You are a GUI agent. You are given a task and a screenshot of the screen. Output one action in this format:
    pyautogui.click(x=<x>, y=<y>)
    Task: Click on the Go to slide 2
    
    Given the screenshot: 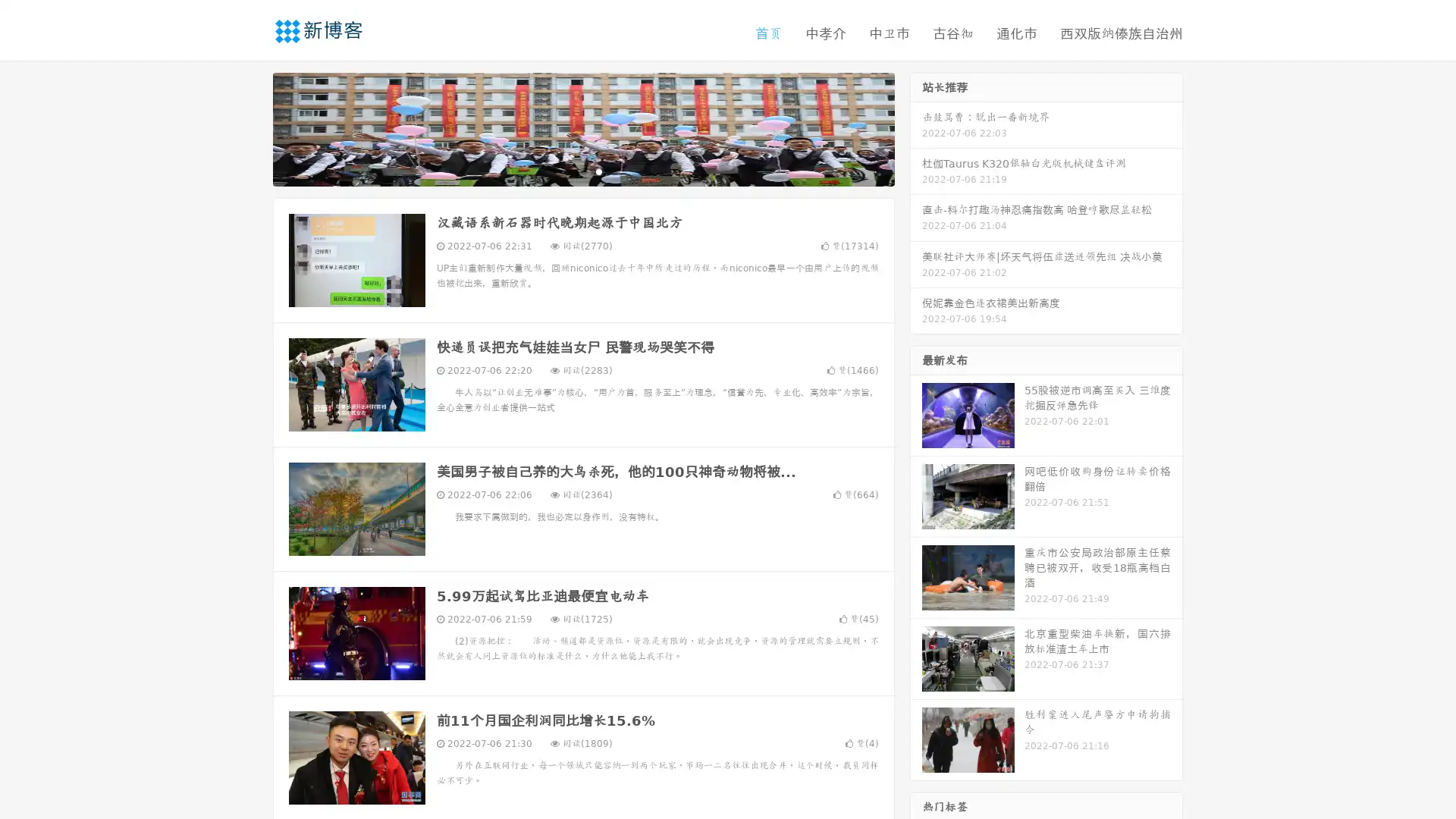 What is the action you would take?
    pyautogui.click(x=582, y=171)
    